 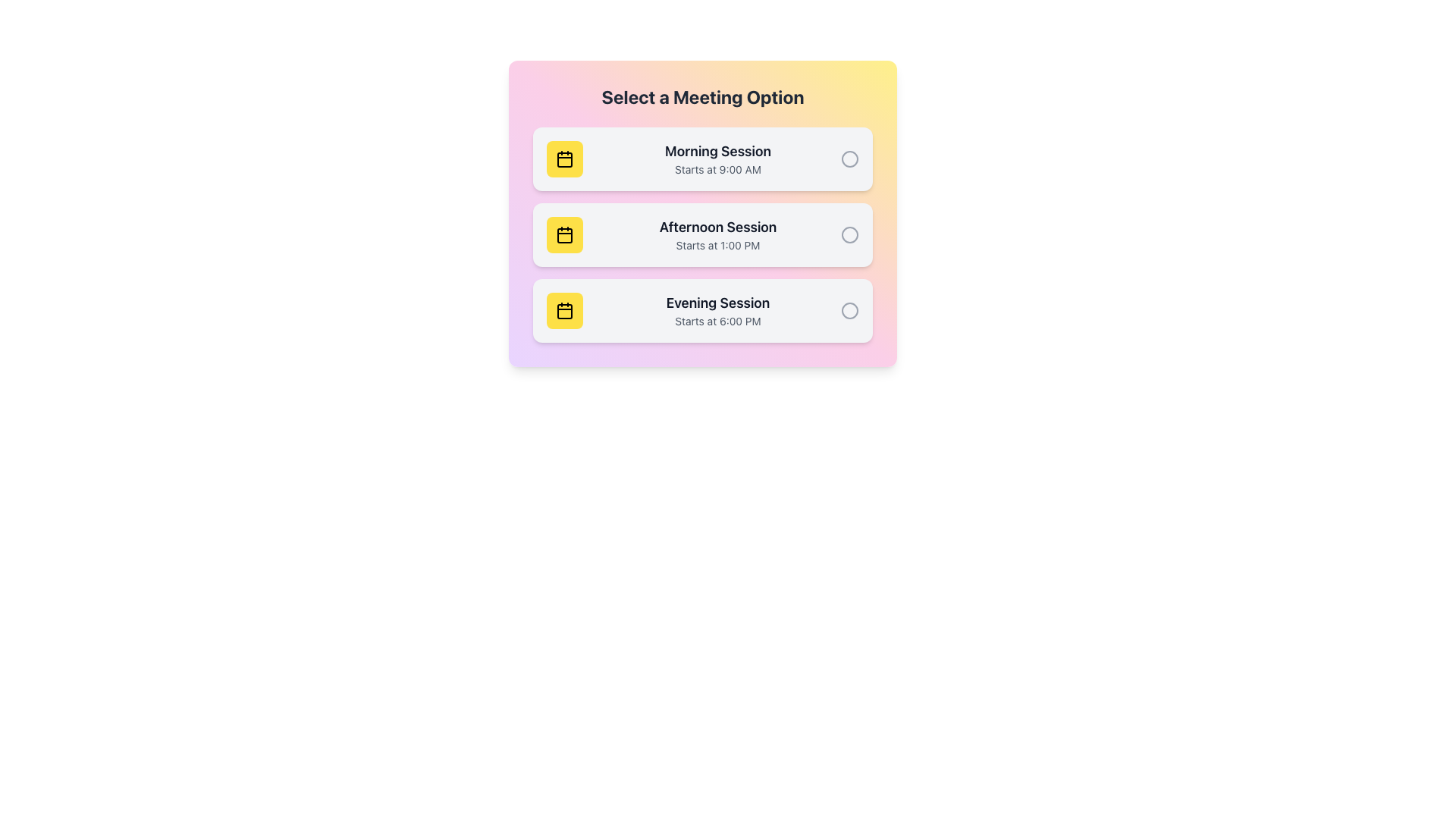 I want to click on the decorative calendar icon representing the 'Morning Session' option, which is the first among three calendar icons located to the left of the 'Morning Session' label, so click(x=563, y=160).